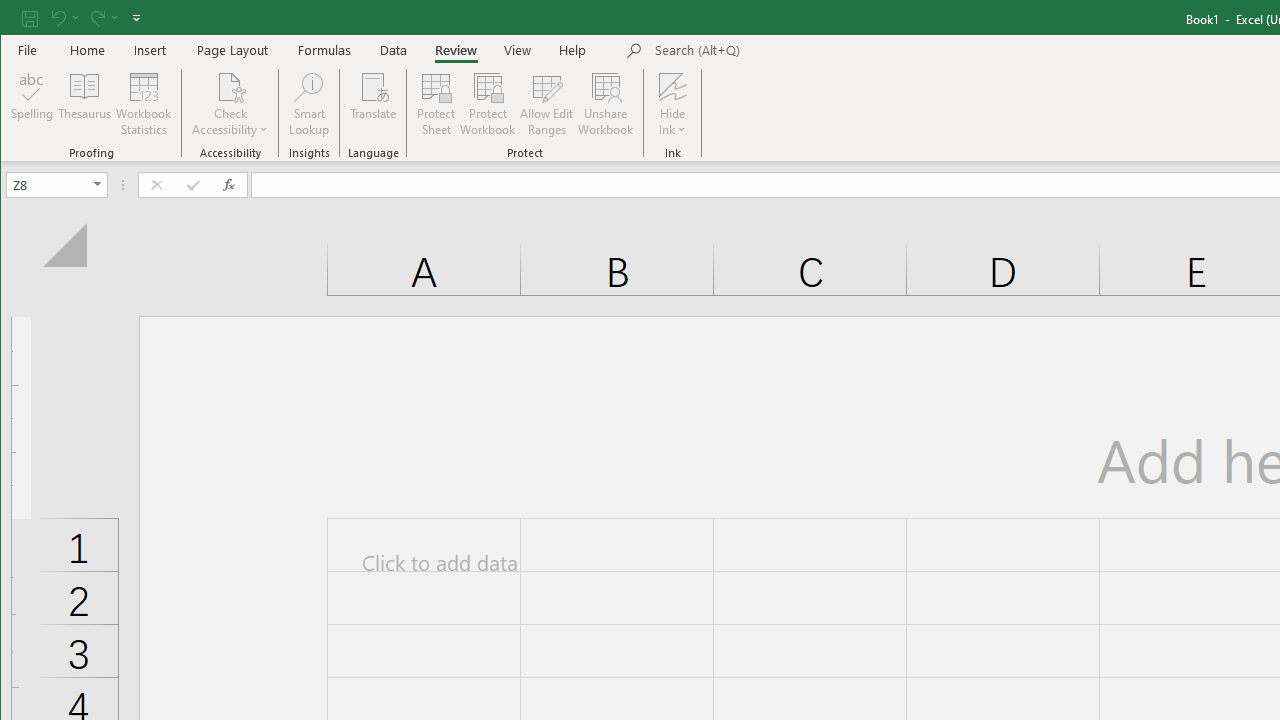  I want to click on 'Protect Sheet...', so click(435, 104).